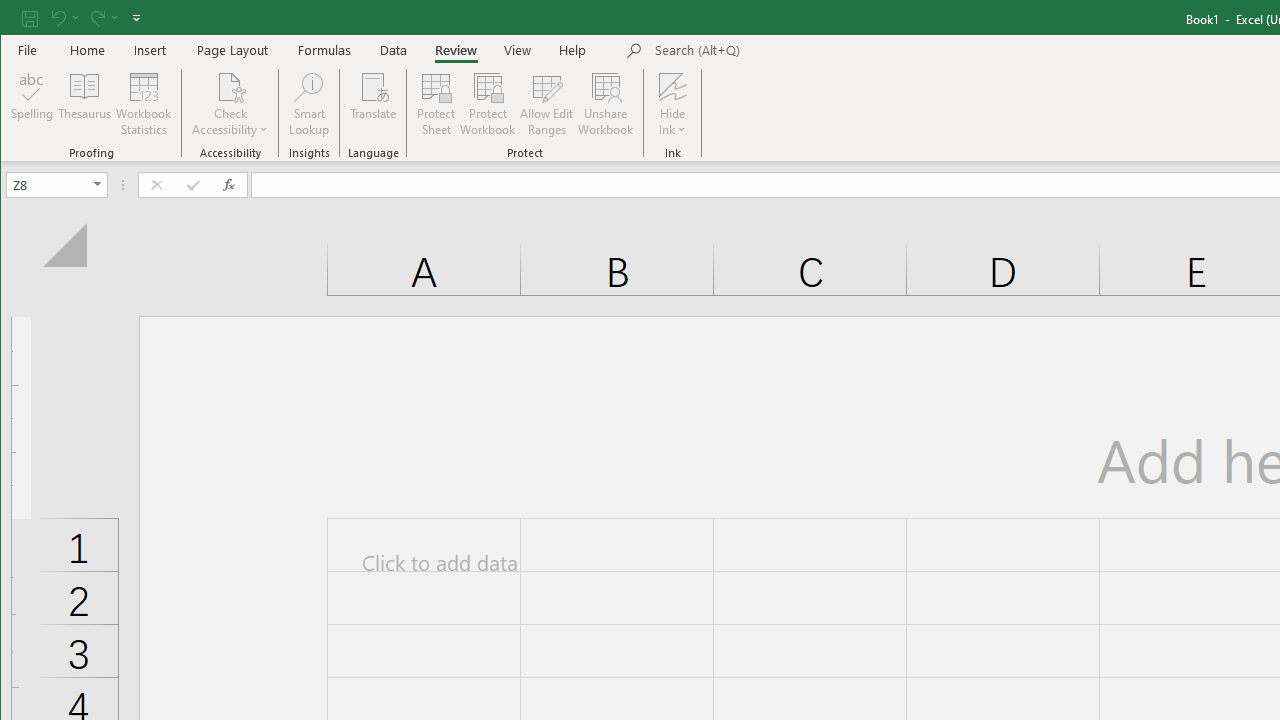  I want to click on 'Protect Sheet...', so click(435, 104).